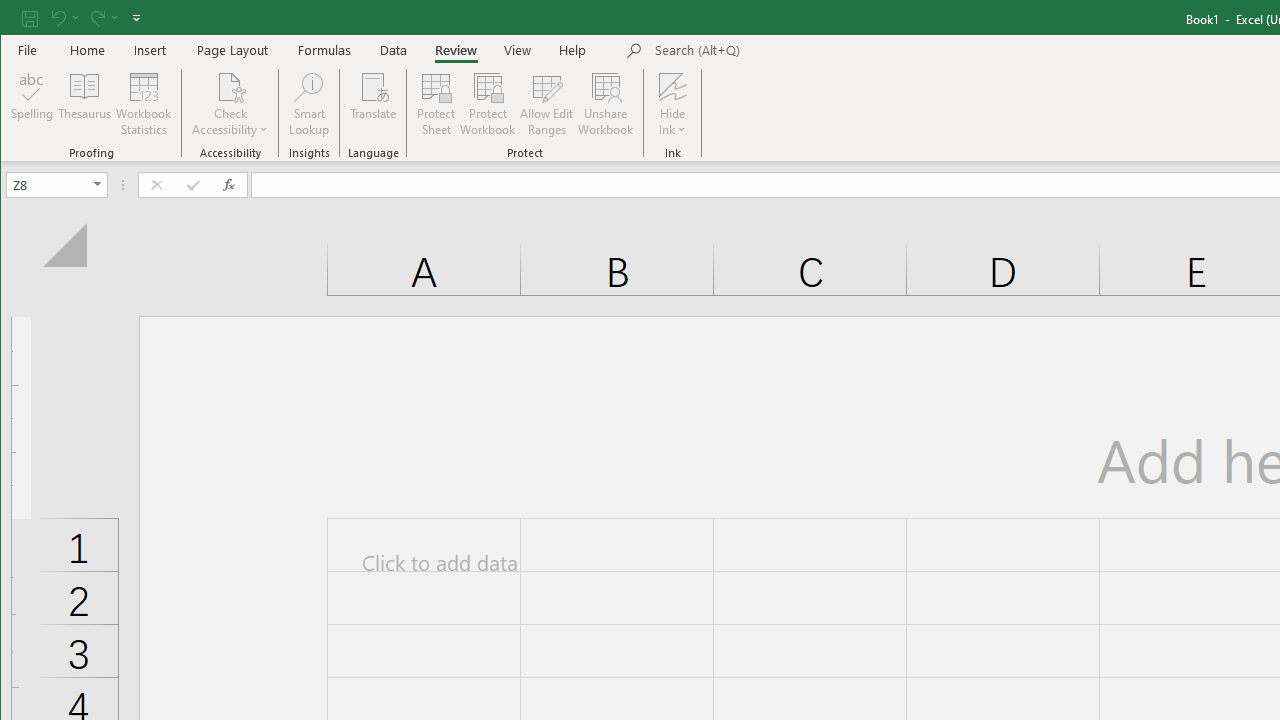  I want to click on 'Protect Sheet...', so click(435, 104).